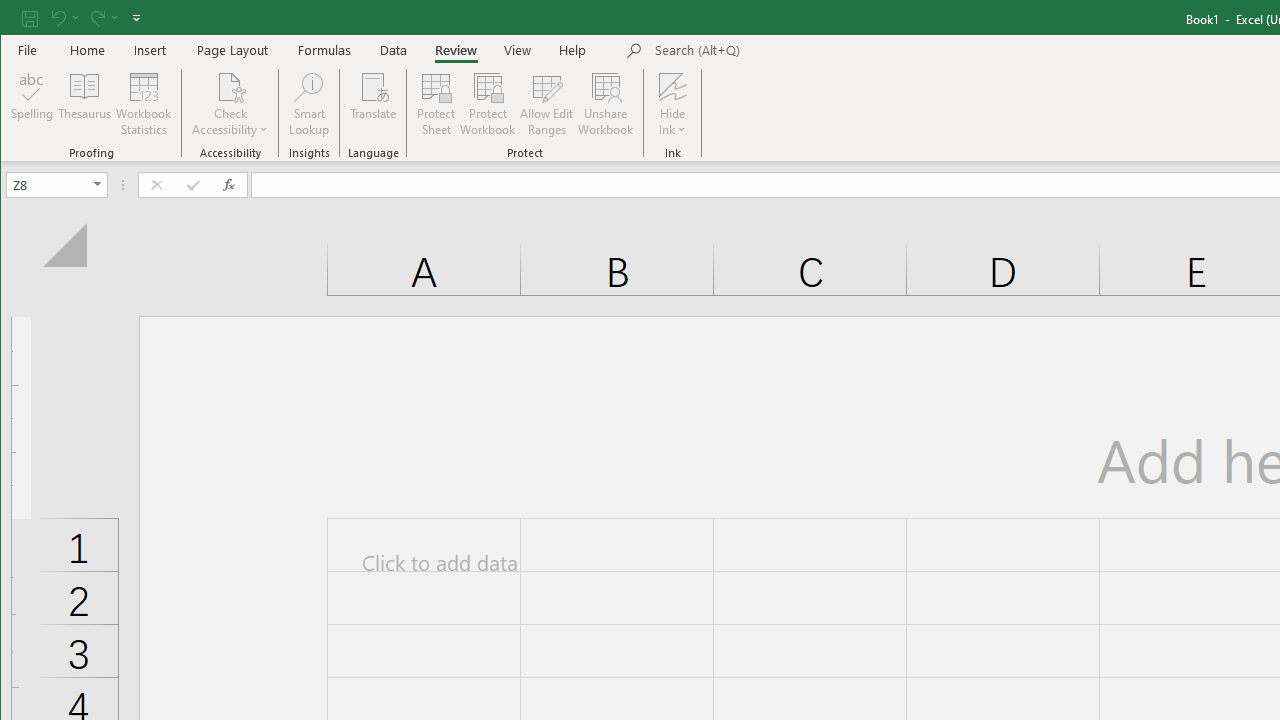  I want to click on 'Protect Sheet...', so click(435, 104).